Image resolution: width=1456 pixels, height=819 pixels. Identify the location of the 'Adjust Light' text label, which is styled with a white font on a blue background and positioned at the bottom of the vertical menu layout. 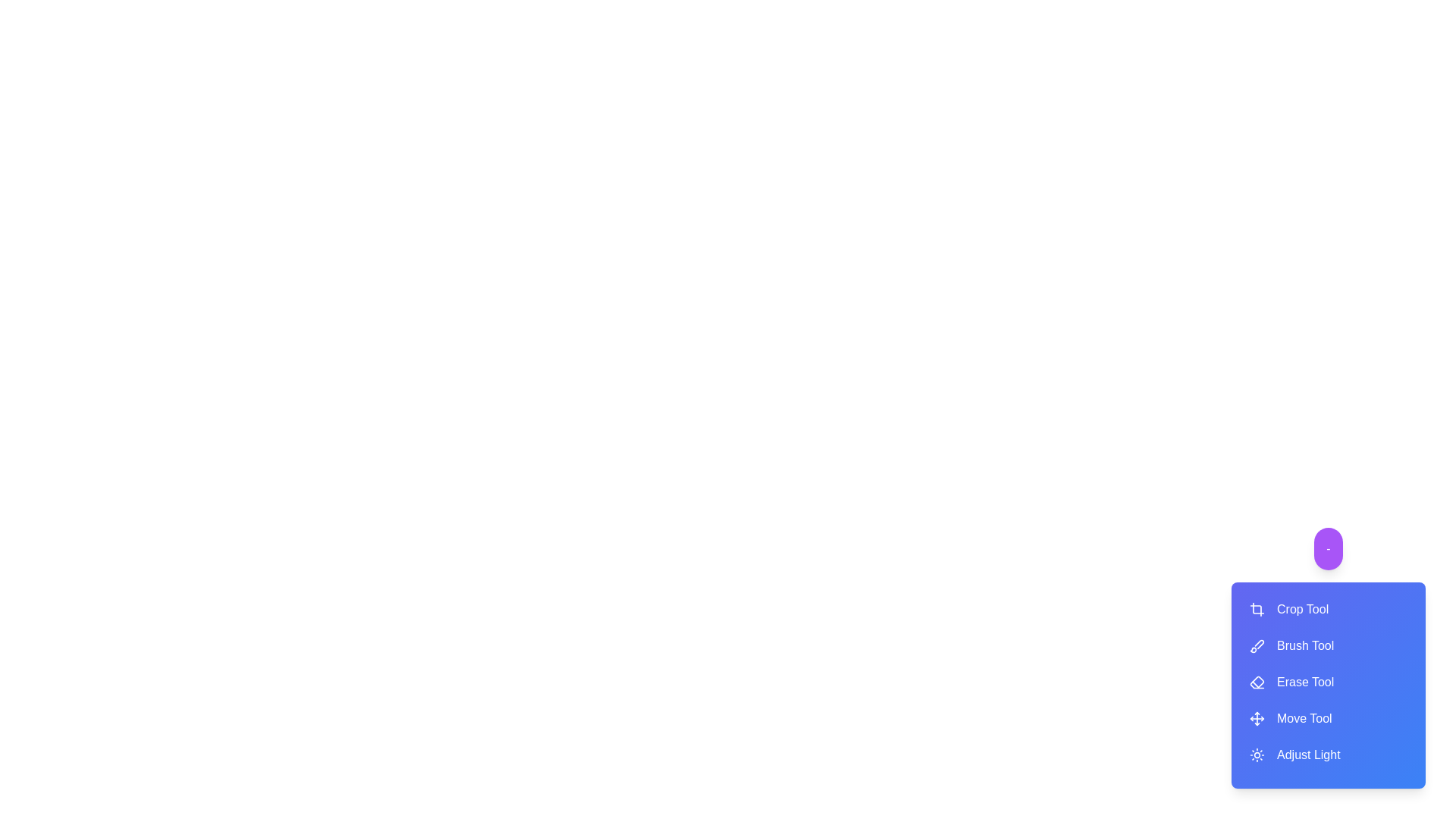
(1307, 755).